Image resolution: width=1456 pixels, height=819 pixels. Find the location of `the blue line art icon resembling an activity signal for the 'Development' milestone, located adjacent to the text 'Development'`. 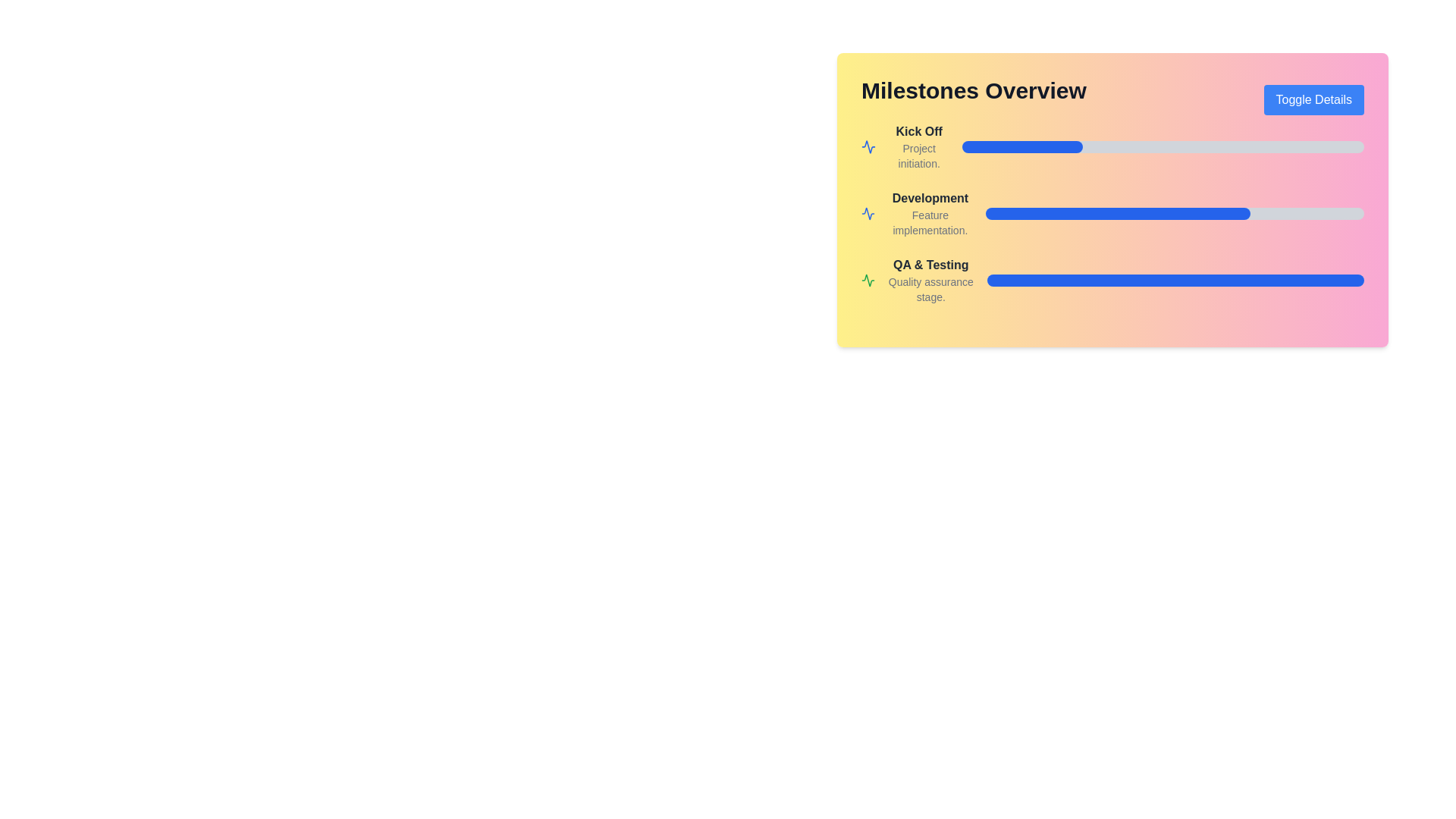

the blue line art icon resembling an activity signal for the 'Development' milestone, located adjacent to the text 'Development' is located at coordinates (868, 213).